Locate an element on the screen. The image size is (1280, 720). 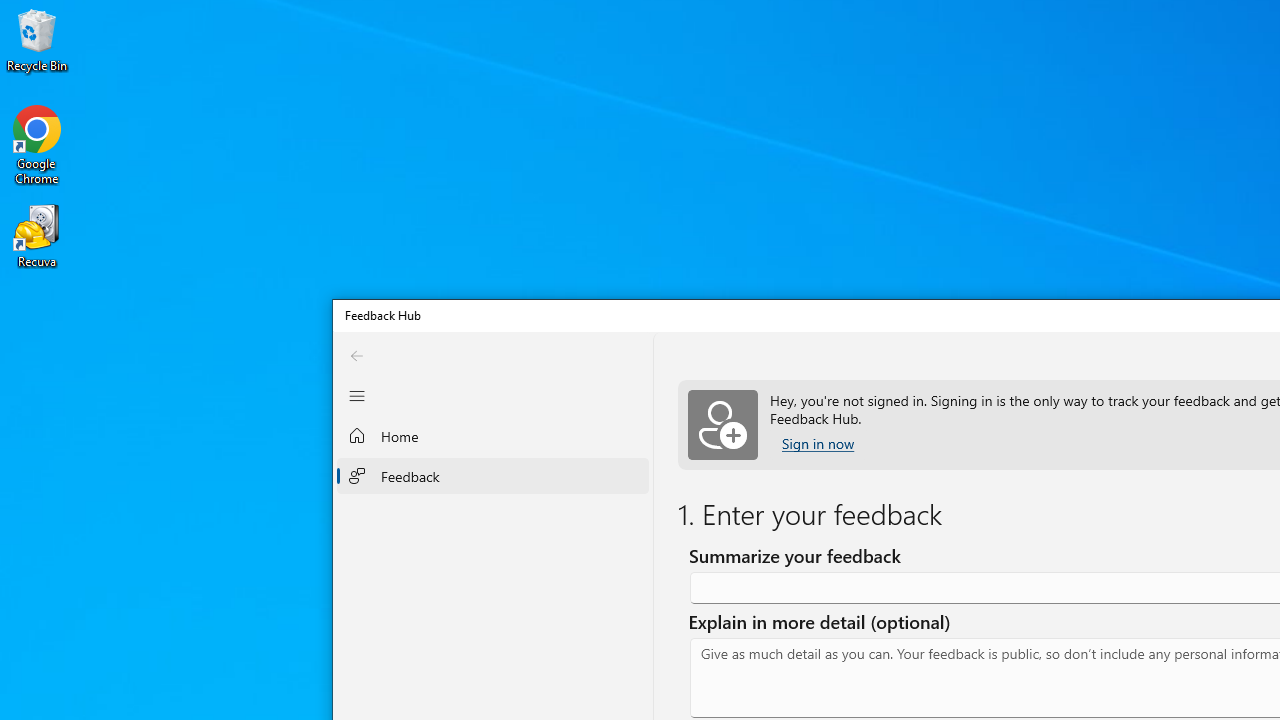
'Close Navigation' is located at coordinates (357, 396).